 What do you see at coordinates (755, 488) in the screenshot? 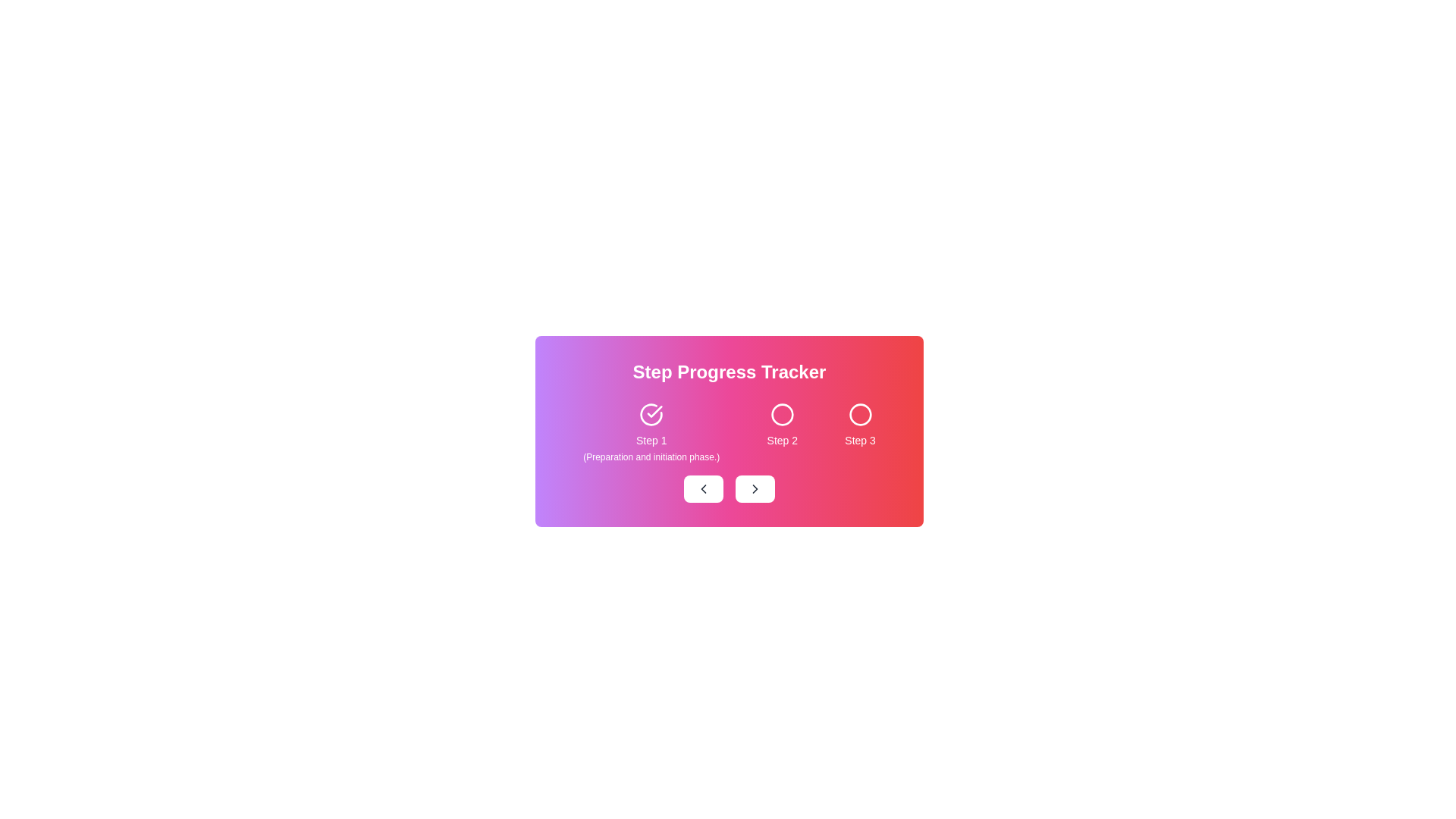
I see `the navigation button with a white background and a right-facing chevron icon to observe its hover effects` at bounding box center [755, 488].